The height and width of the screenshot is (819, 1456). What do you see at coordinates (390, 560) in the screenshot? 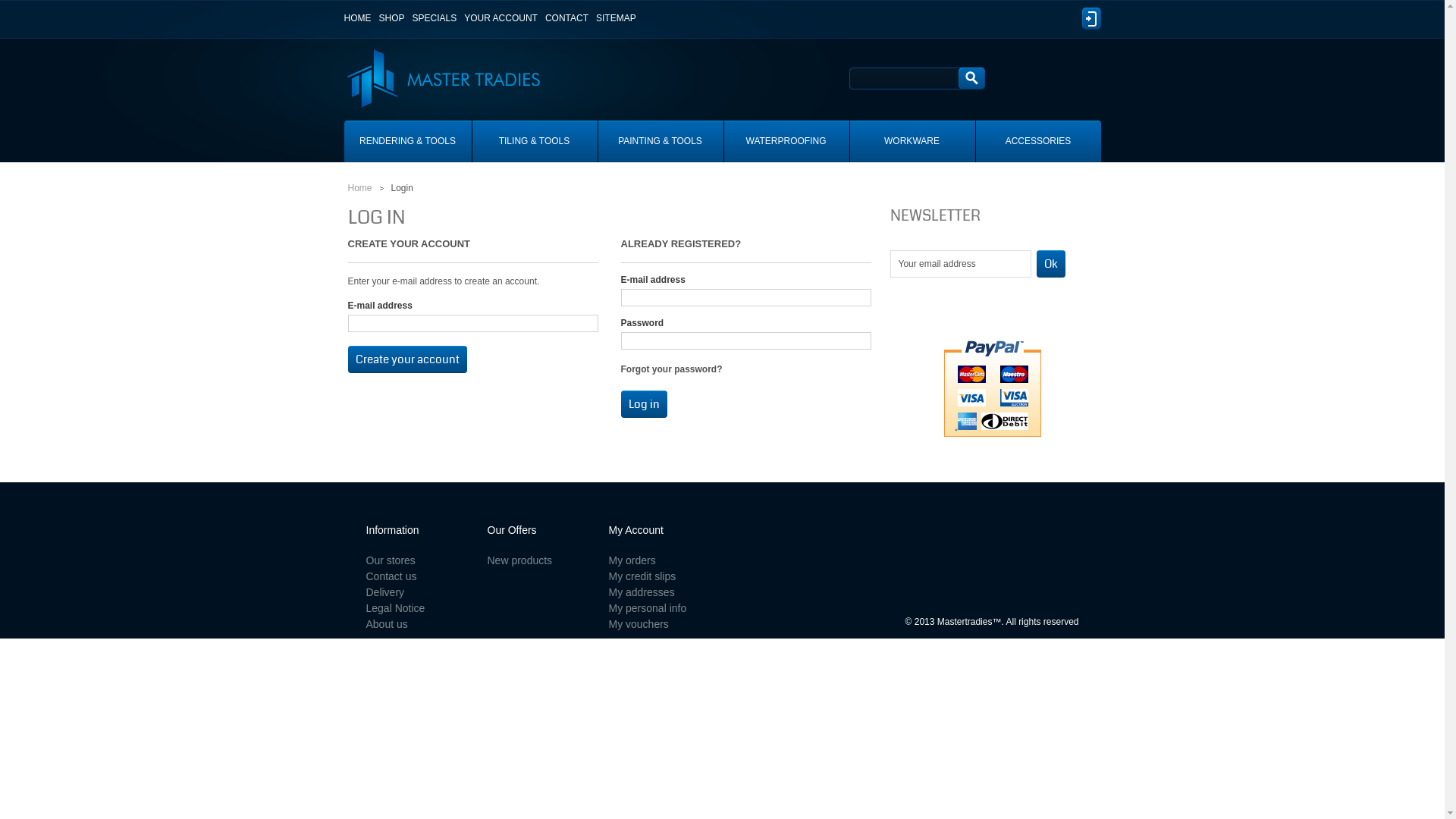
I see `'Our stores'` at bounding box center [390, 560].